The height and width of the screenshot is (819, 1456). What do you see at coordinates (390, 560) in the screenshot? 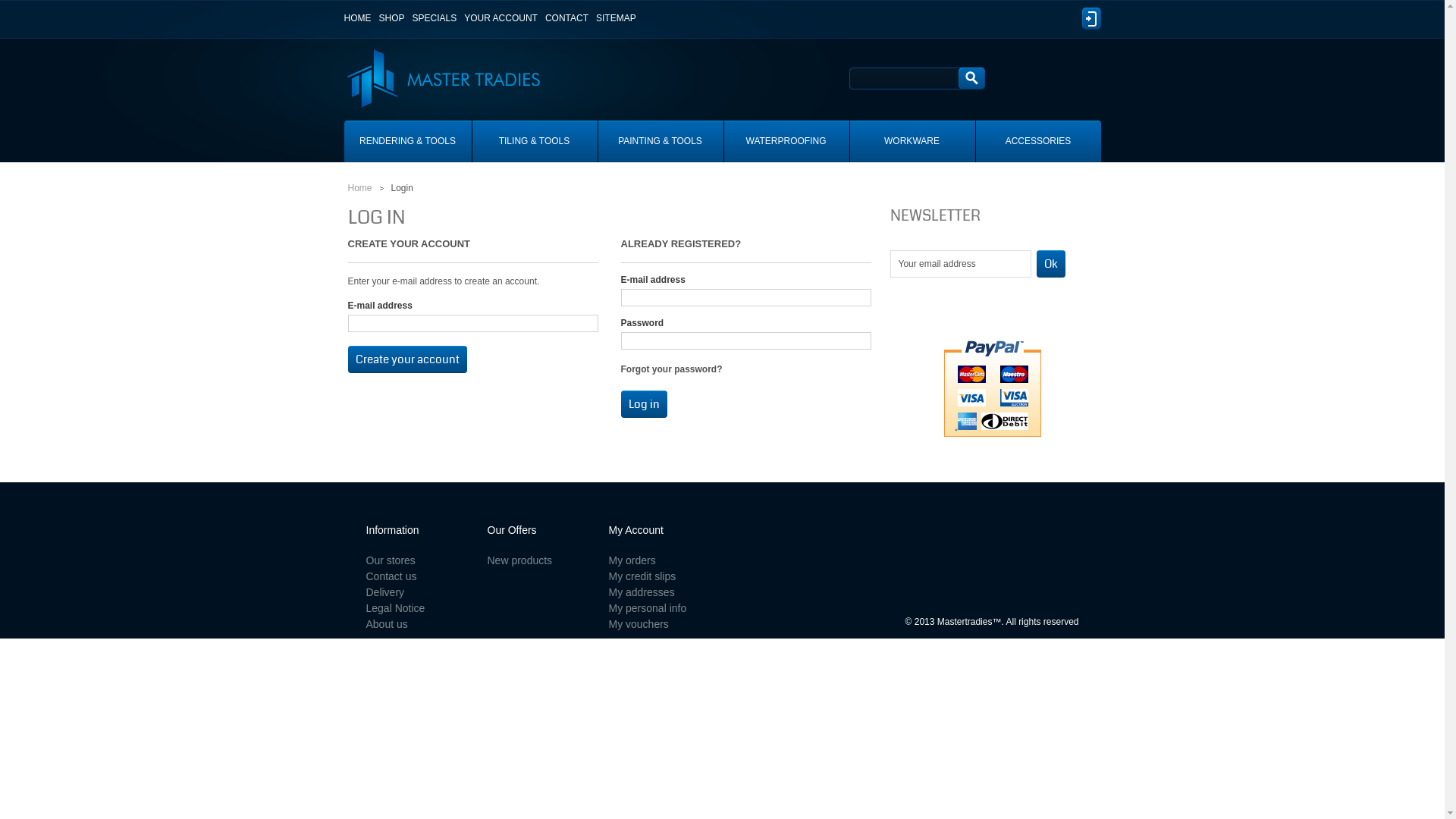
I see `'Our stores'` at bounding box center [390, 560].